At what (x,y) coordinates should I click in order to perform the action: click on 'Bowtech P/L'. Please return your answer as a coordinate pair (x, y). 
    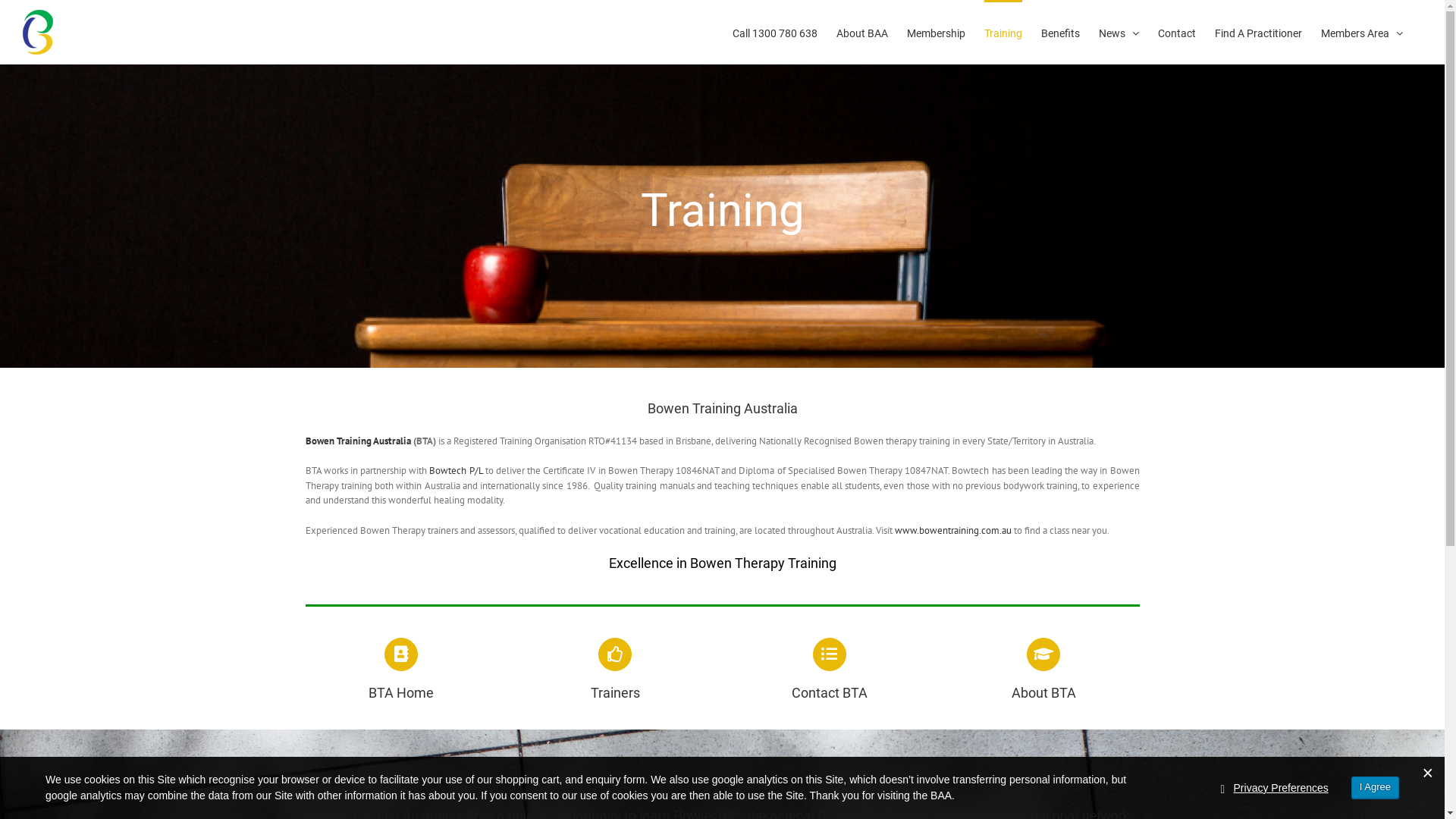
    Looking at the image, I should click on (454, 469).